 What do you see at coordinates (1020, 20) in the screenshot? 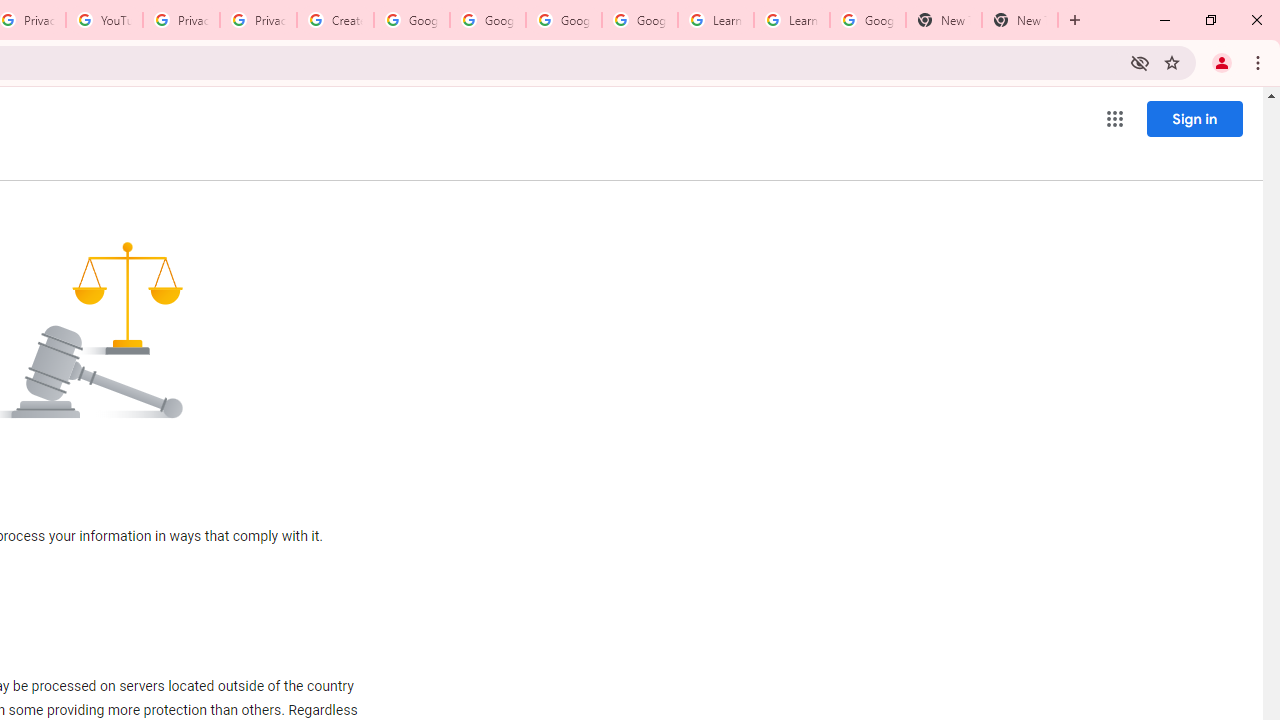
I see `'New Tab'` at bounding box center [1020, 20].